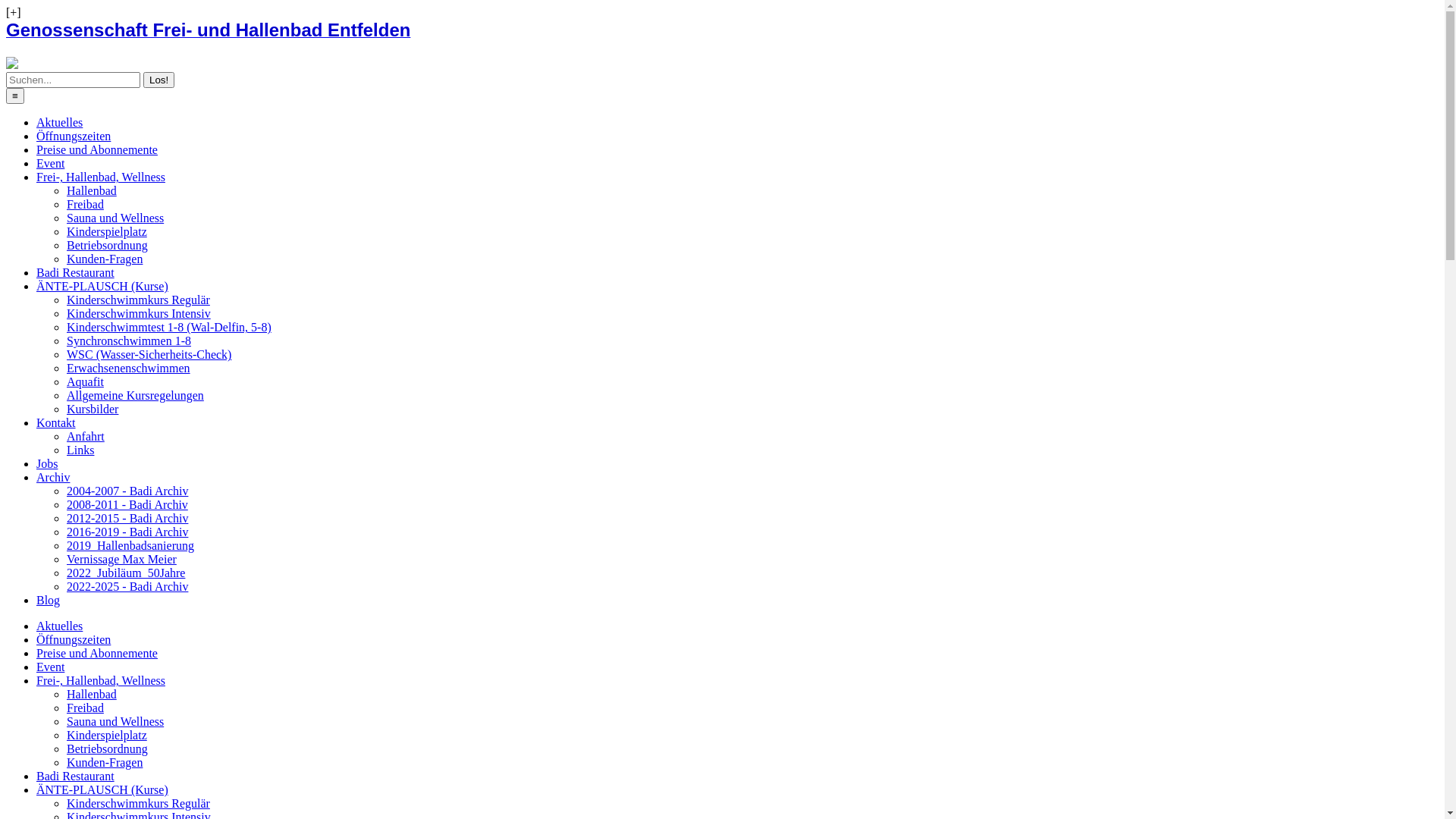 This screenshot has height=819, width=1456. I want to click on '2008-2011 - Badi Archiv', so click(127, 504).